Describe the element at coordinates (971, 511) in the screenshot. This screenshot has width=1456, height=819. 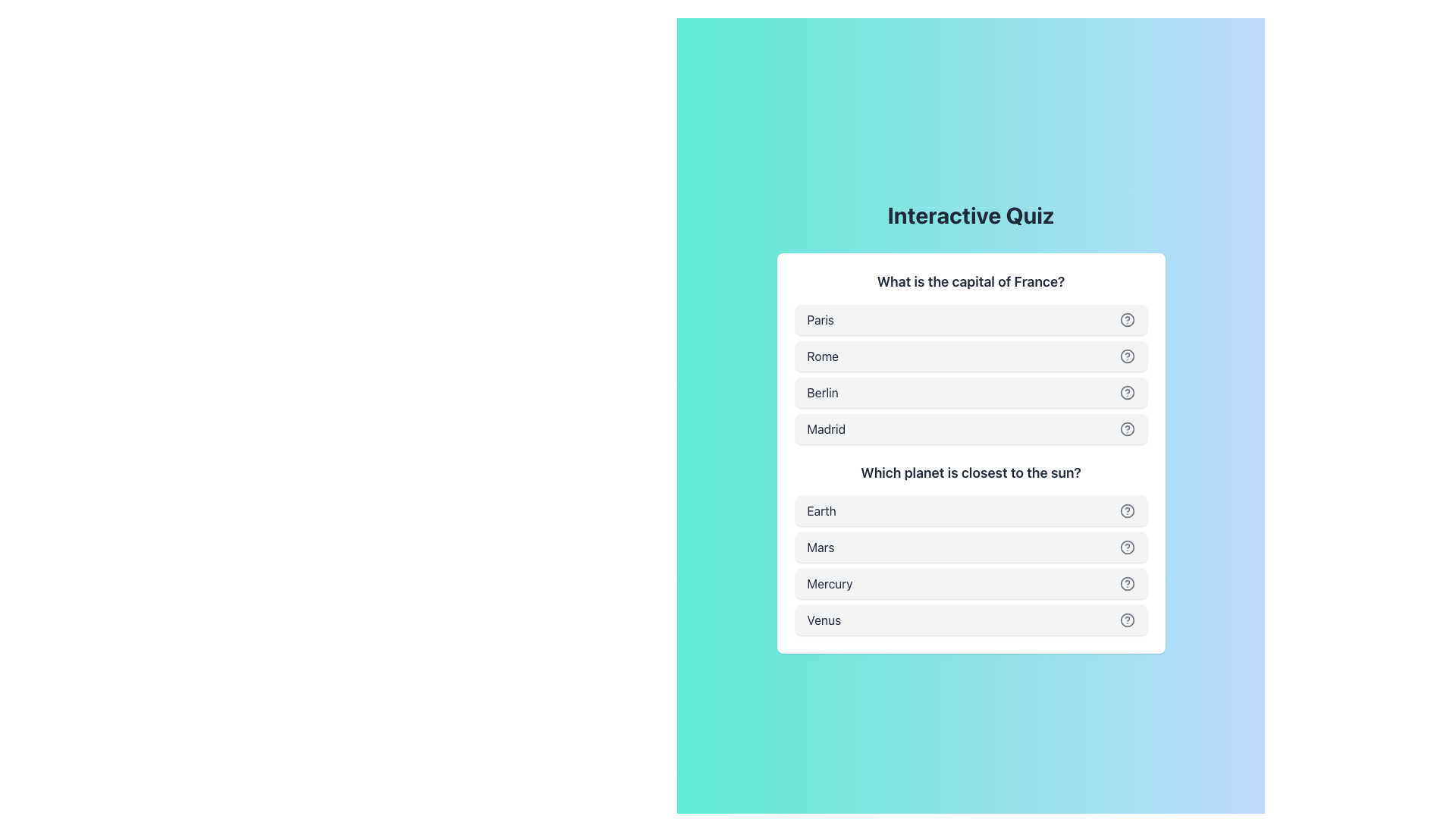
I see `the 'Earth' button in the quiz interface` at that location.